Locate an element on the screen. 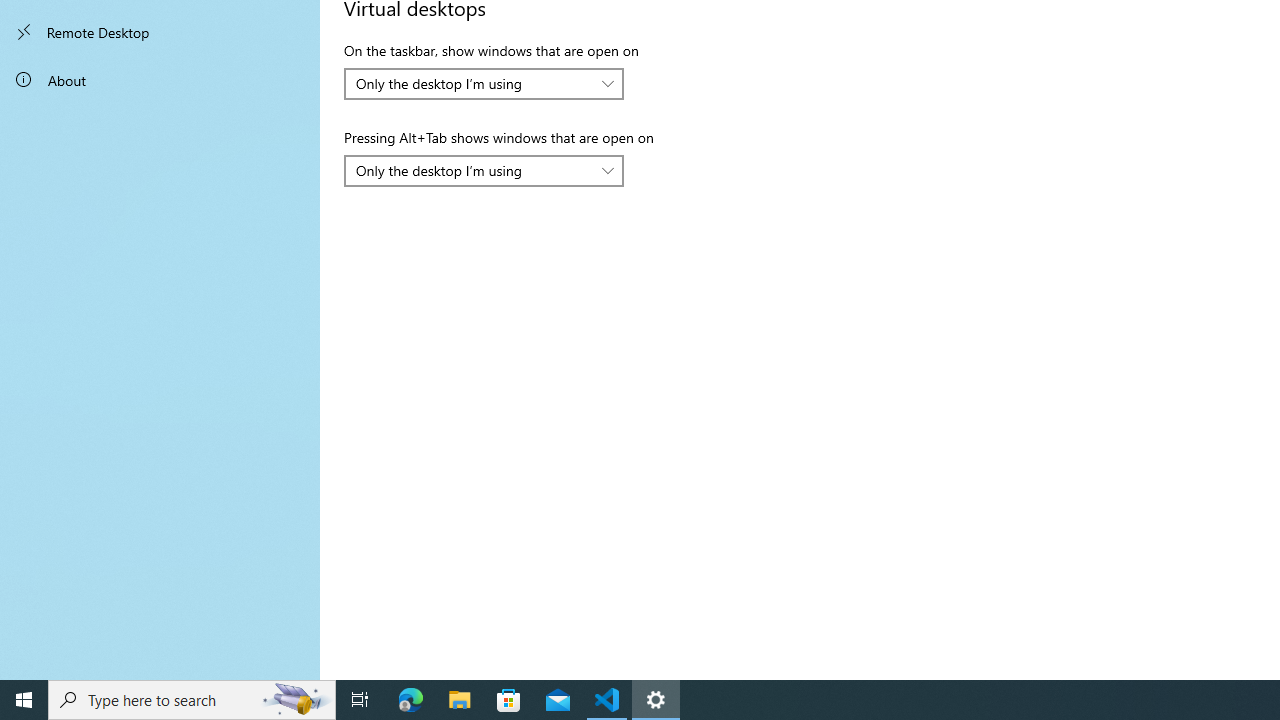 Image resolution: width=1280 pixels, height=720 pixels. 'Microsoft Store' is located at coordinates (509, 698).